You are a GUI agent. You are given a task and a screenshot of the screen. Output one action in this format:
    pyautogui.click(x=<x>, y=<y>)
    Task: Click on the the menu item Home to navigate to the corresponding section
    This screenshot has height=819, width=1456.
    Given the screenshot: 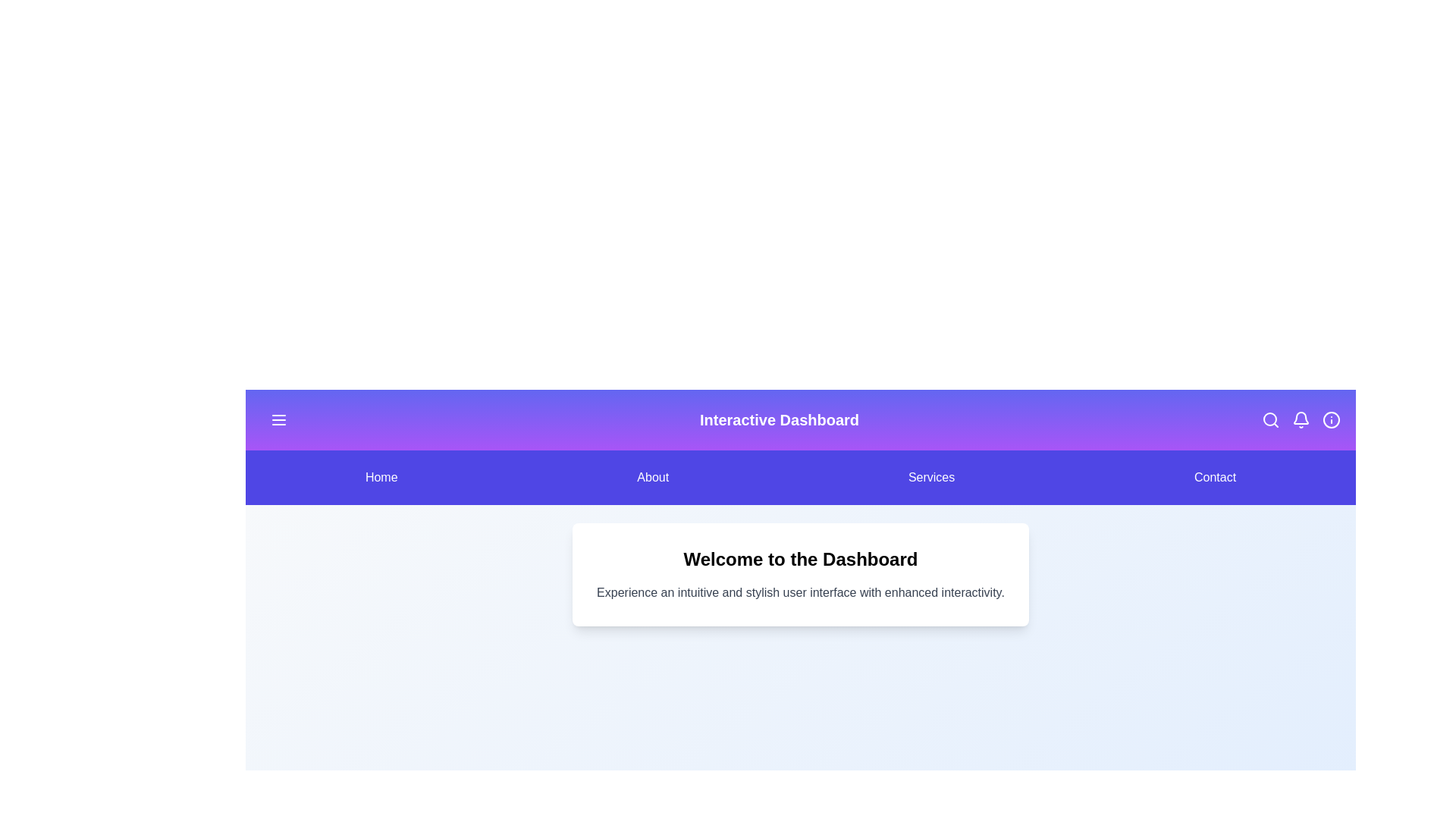 What is the action you would take?
    pyautogui.click(x=381, y=476)
    